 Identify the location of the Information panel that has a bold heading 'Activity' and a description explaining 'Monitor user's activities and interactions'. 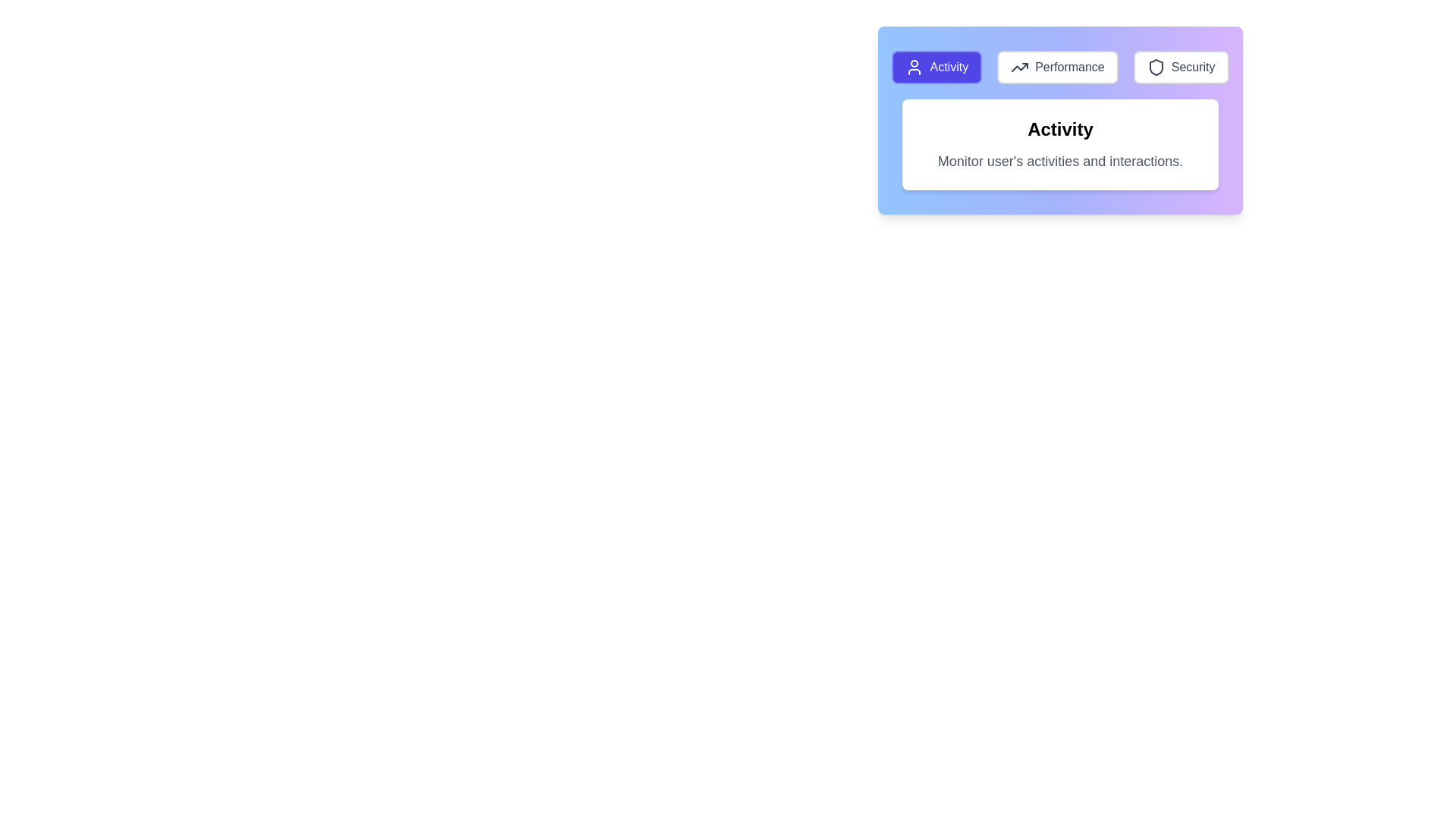
(1059, 140).